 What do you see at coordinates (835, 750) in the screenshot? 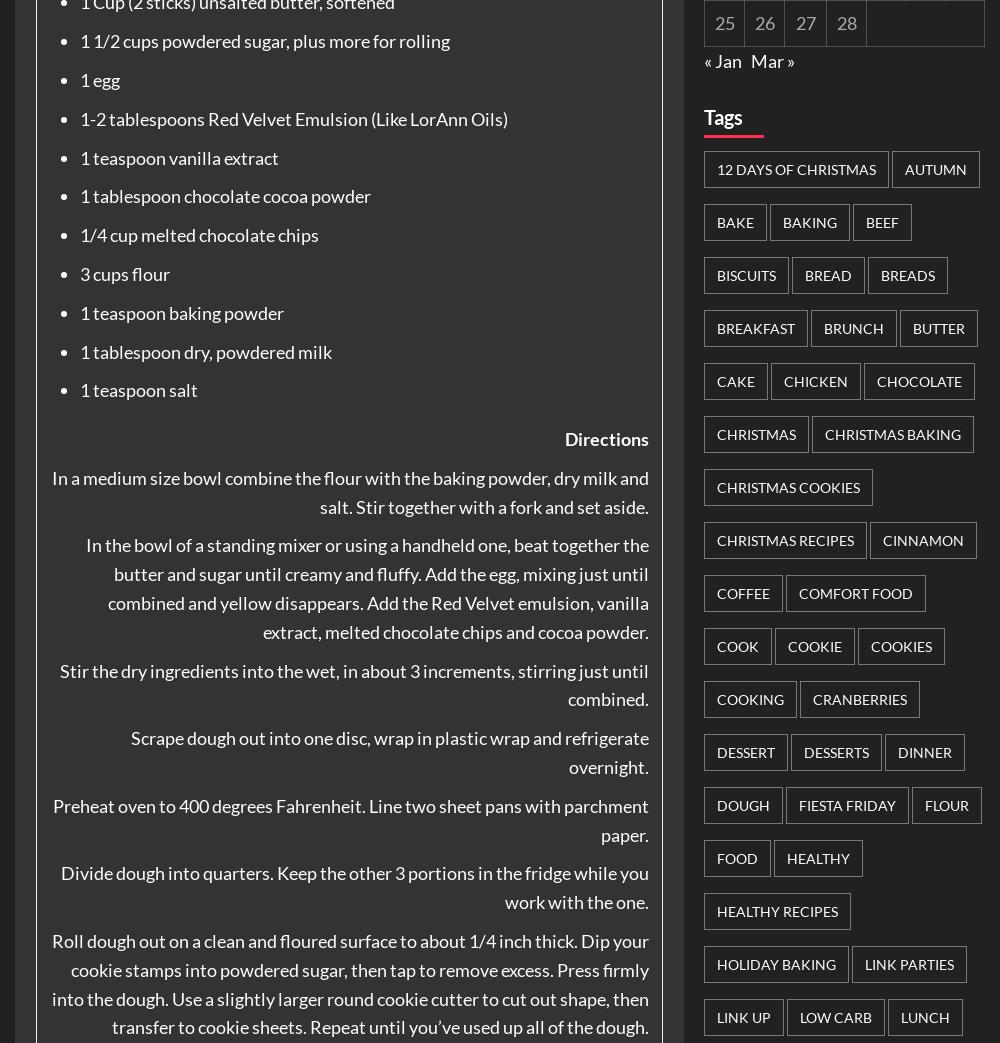
I see `'Desserts'` at bounding box center [835, 750].